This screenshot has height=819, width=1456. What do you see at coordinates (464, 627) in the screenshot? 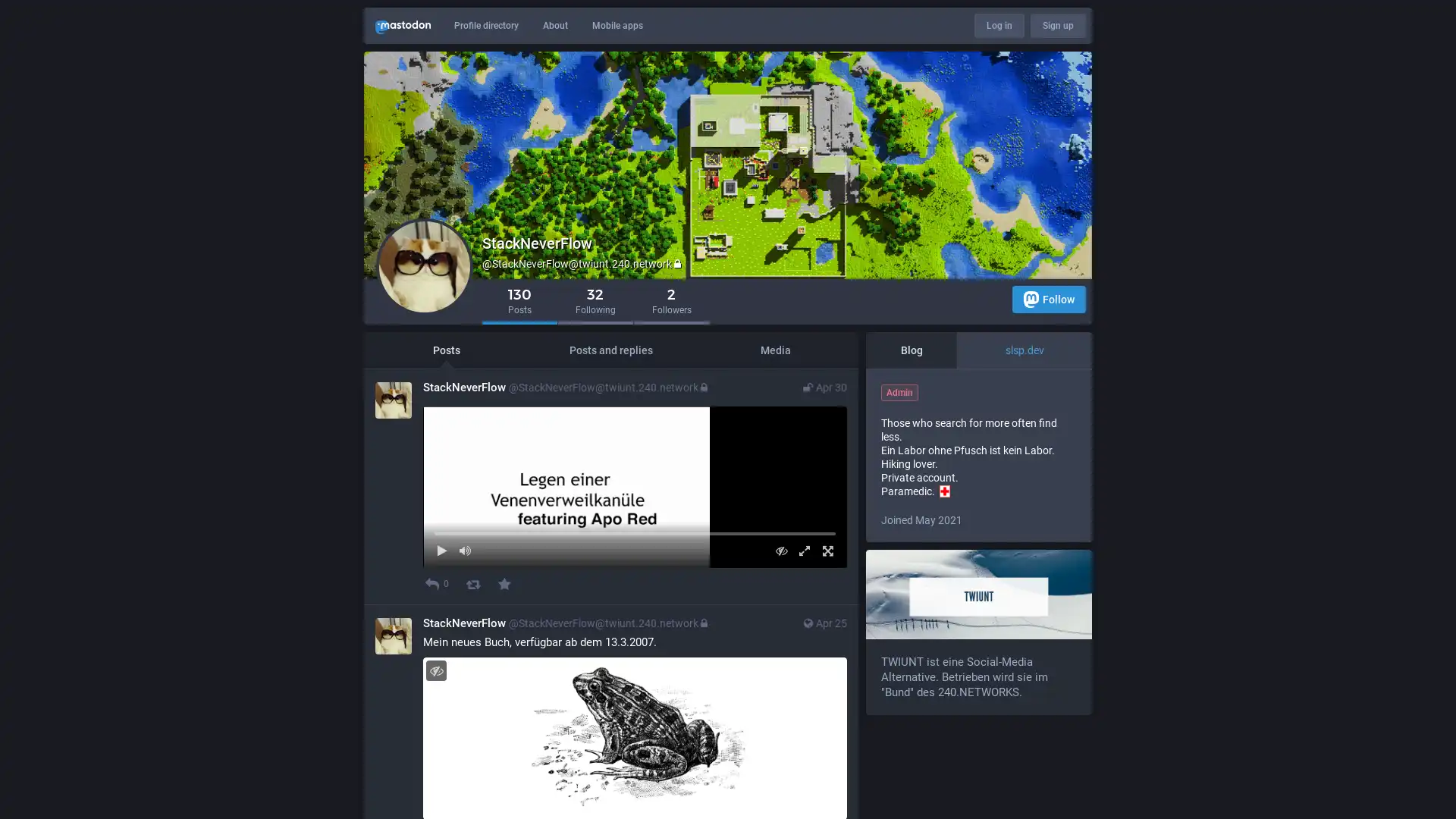
I see `Mute sound` at bounding box center [464, 627].